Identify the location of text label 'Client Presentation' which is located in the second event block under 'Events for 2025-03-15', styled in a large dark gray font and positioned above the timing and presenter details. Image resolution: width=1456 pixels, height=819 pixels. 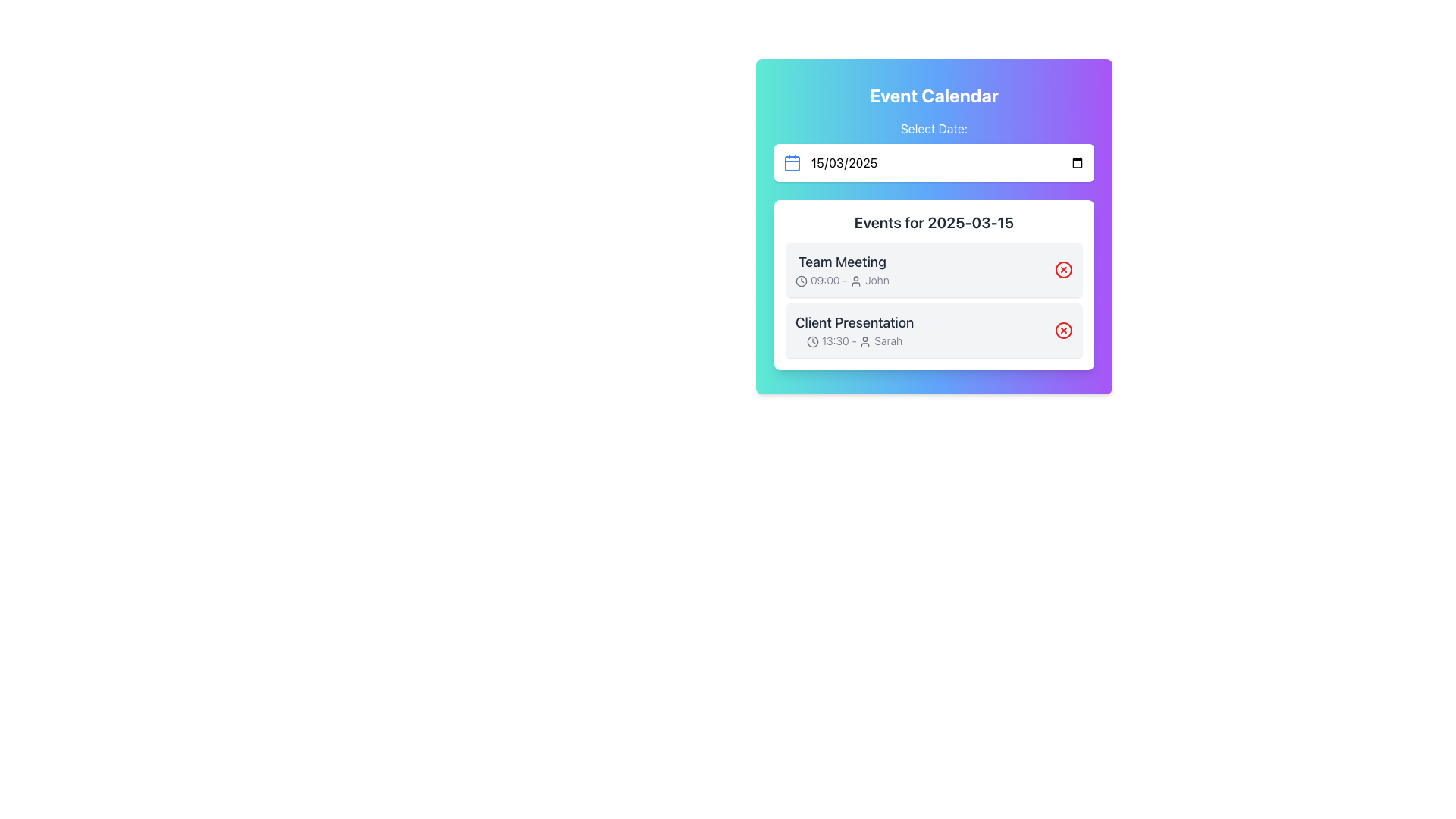
(855, 322).